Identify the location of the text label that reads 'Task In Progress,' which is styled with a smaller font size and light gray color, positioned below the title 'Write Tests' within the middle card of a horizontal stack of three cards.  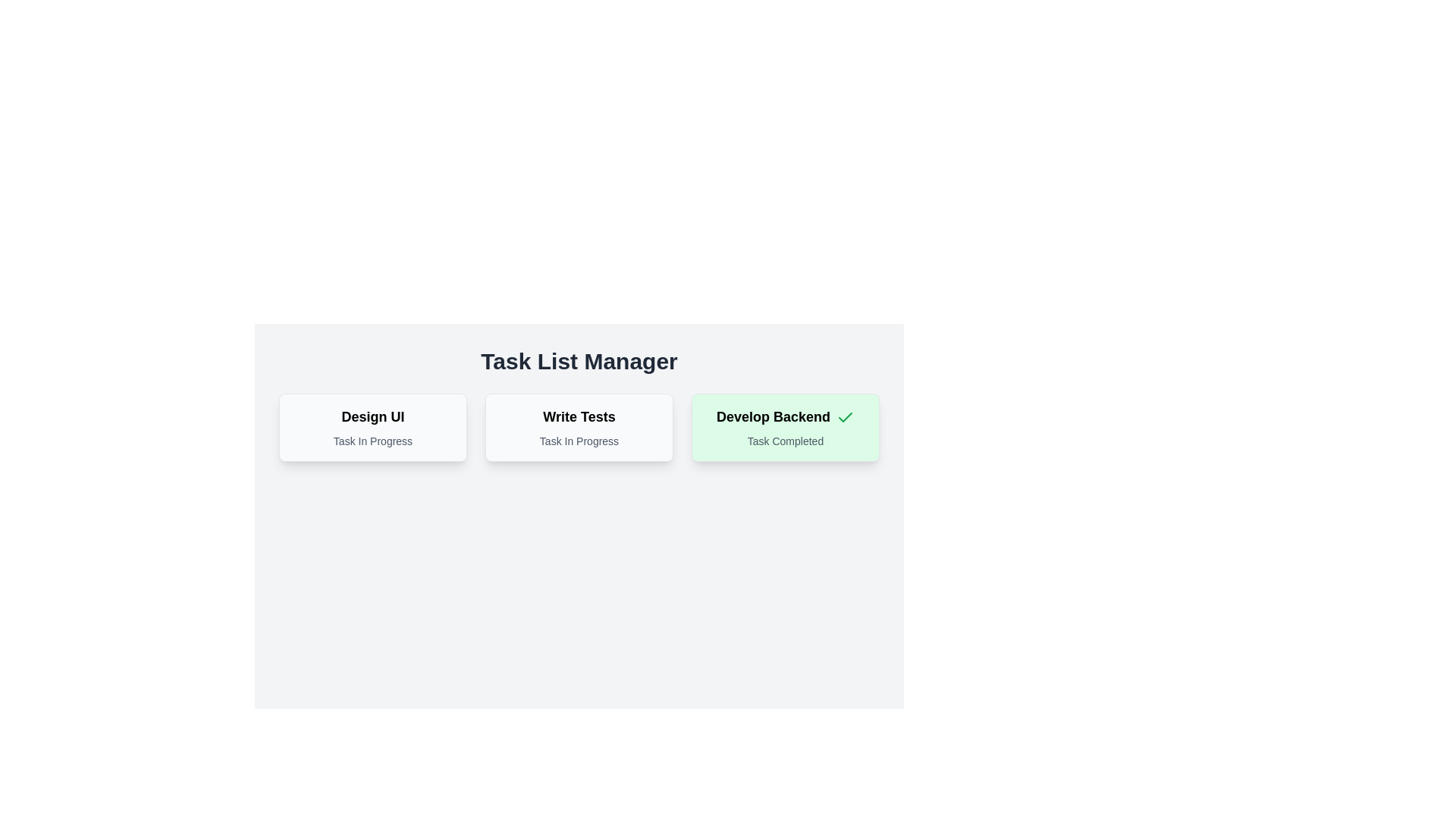
(578, 441).